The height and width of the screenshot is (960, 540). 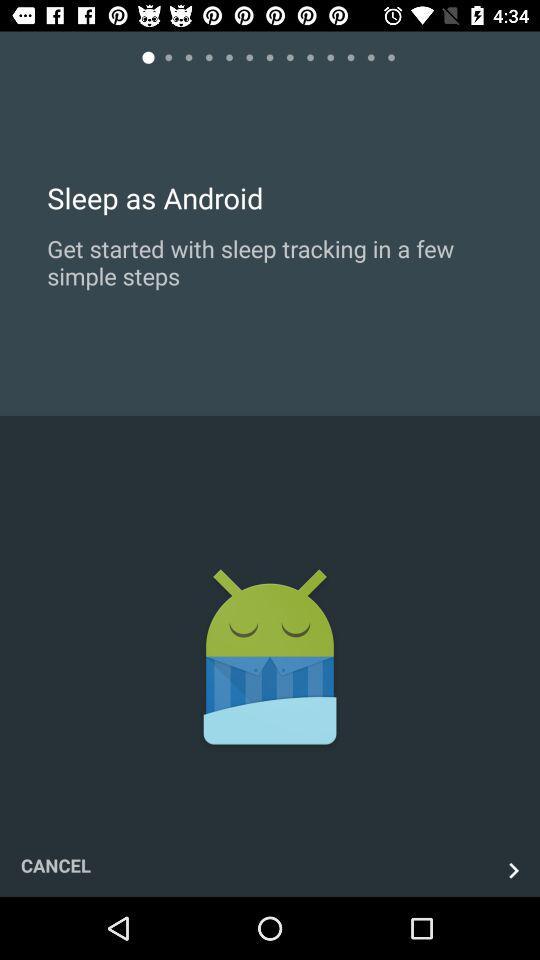 I want to click on the next button, so click(x=513, y=869).